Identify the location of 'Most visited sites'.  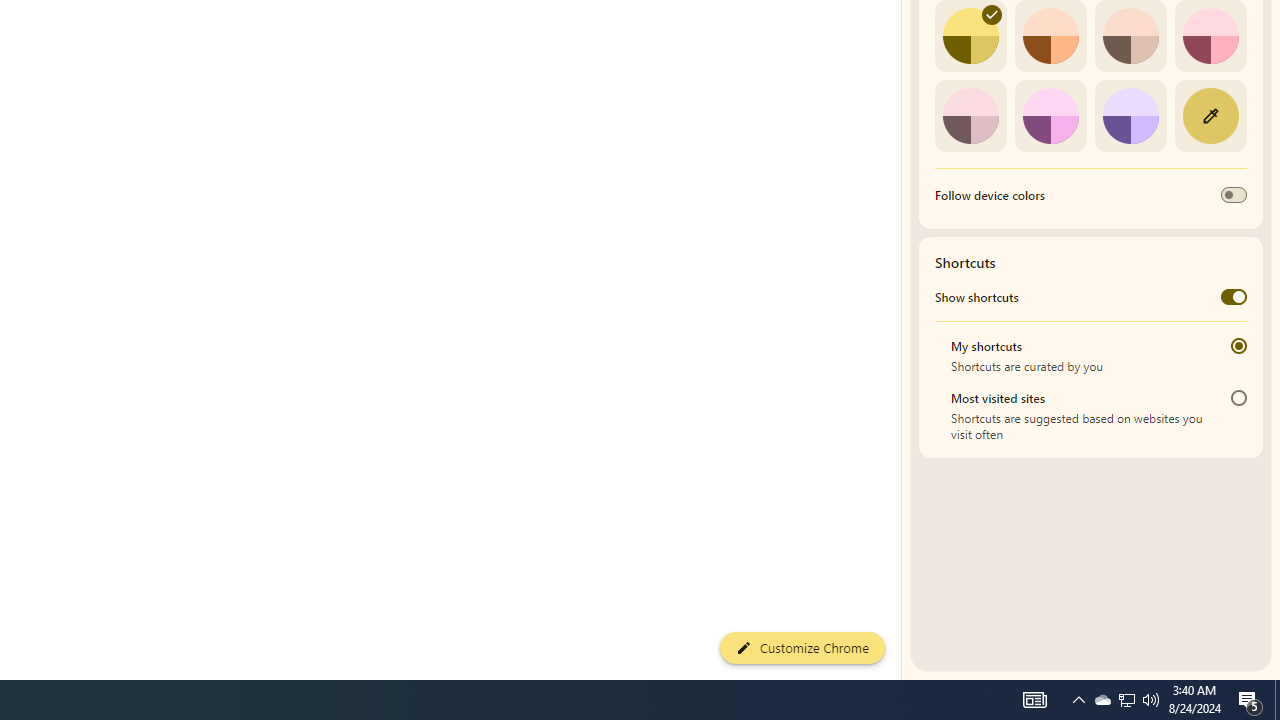
(1238, 398).